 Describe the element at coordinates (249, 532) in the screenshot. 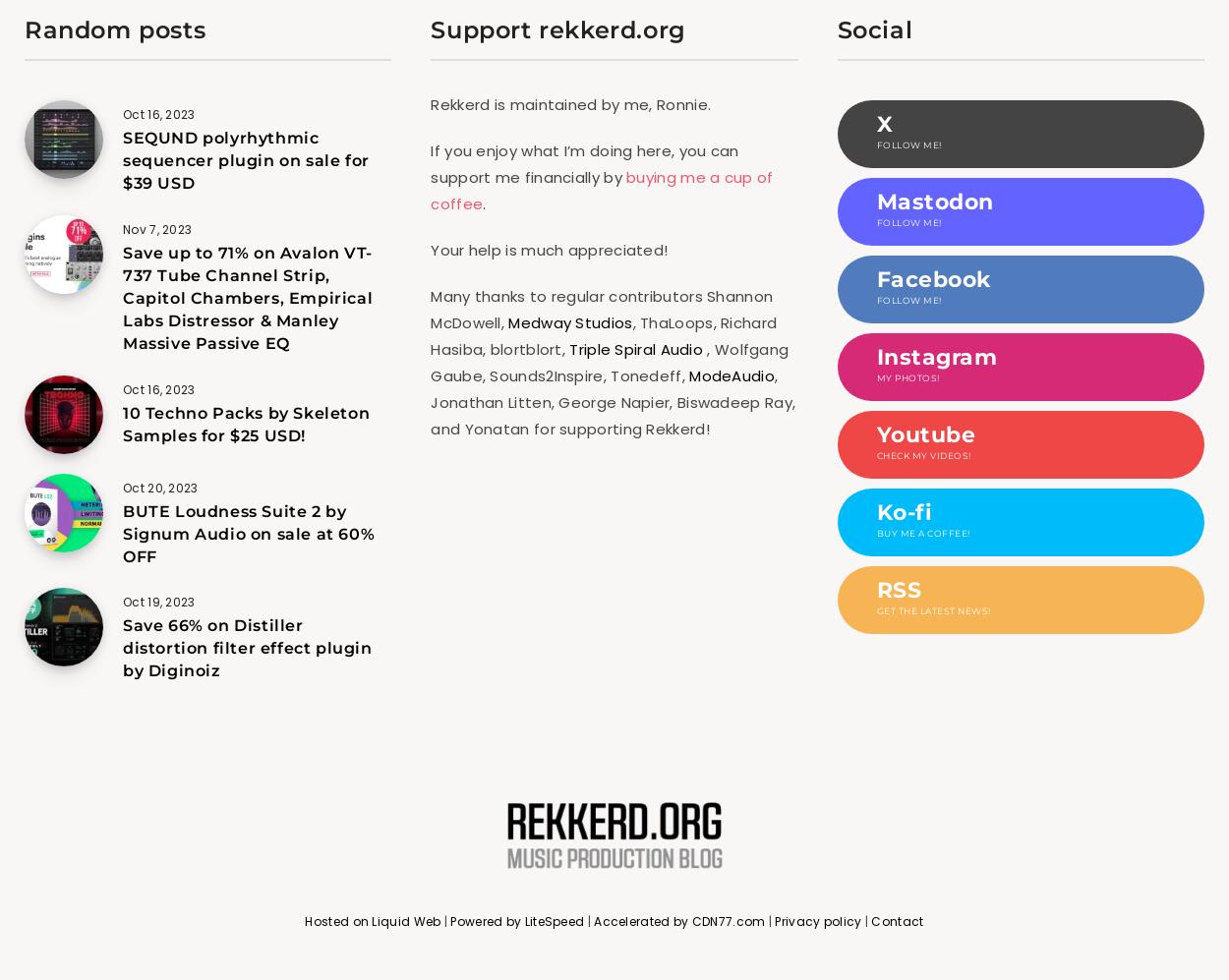

I see `'BUTE Loudness Suite 2 by Signum Audio on sale at 60% OFF'` at that location.